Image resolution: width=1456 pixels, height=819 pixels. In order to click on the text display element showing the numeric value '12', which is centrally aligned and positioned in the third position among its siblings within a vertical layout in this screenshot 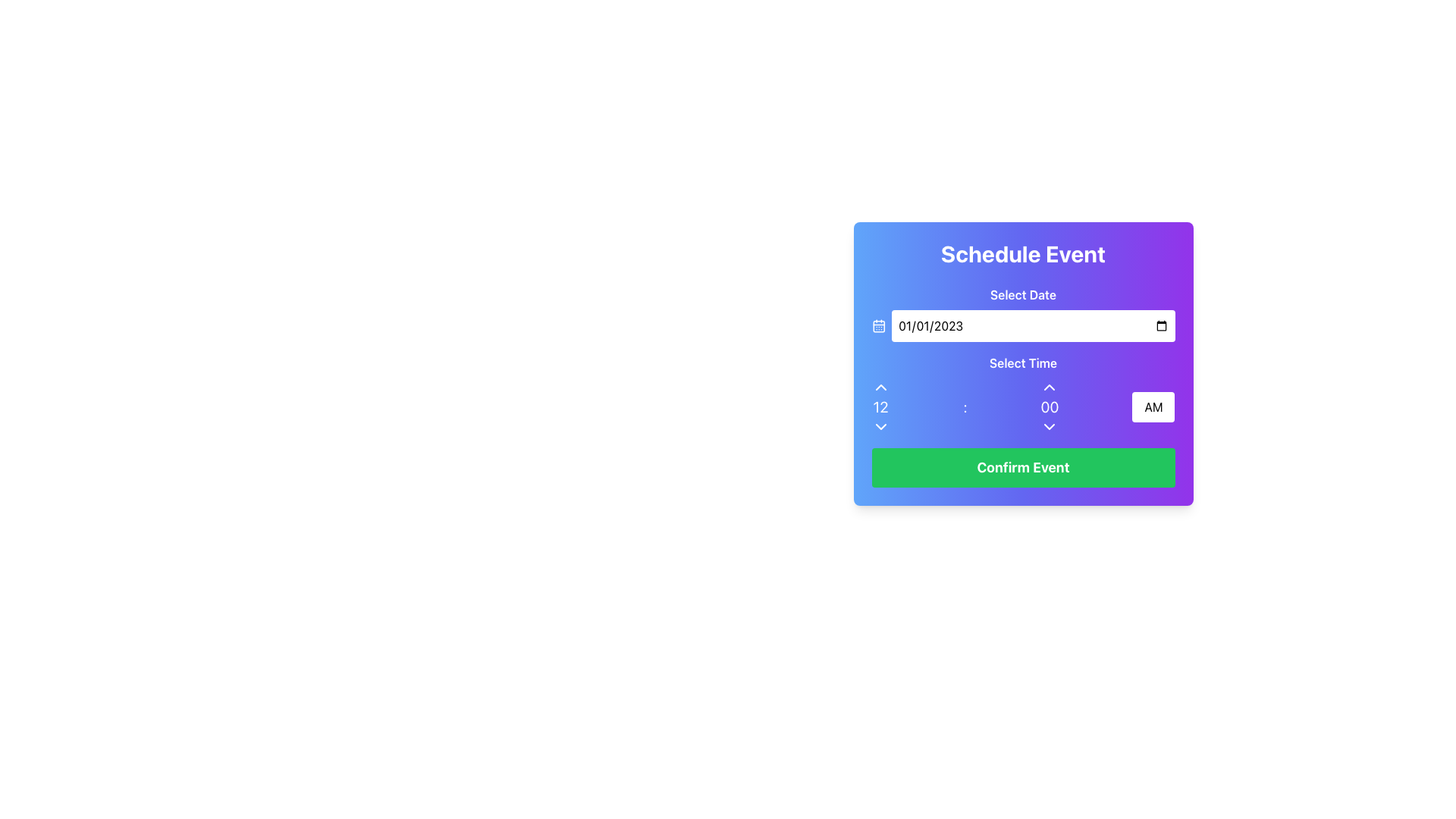, I will do `click(880, 406)`.